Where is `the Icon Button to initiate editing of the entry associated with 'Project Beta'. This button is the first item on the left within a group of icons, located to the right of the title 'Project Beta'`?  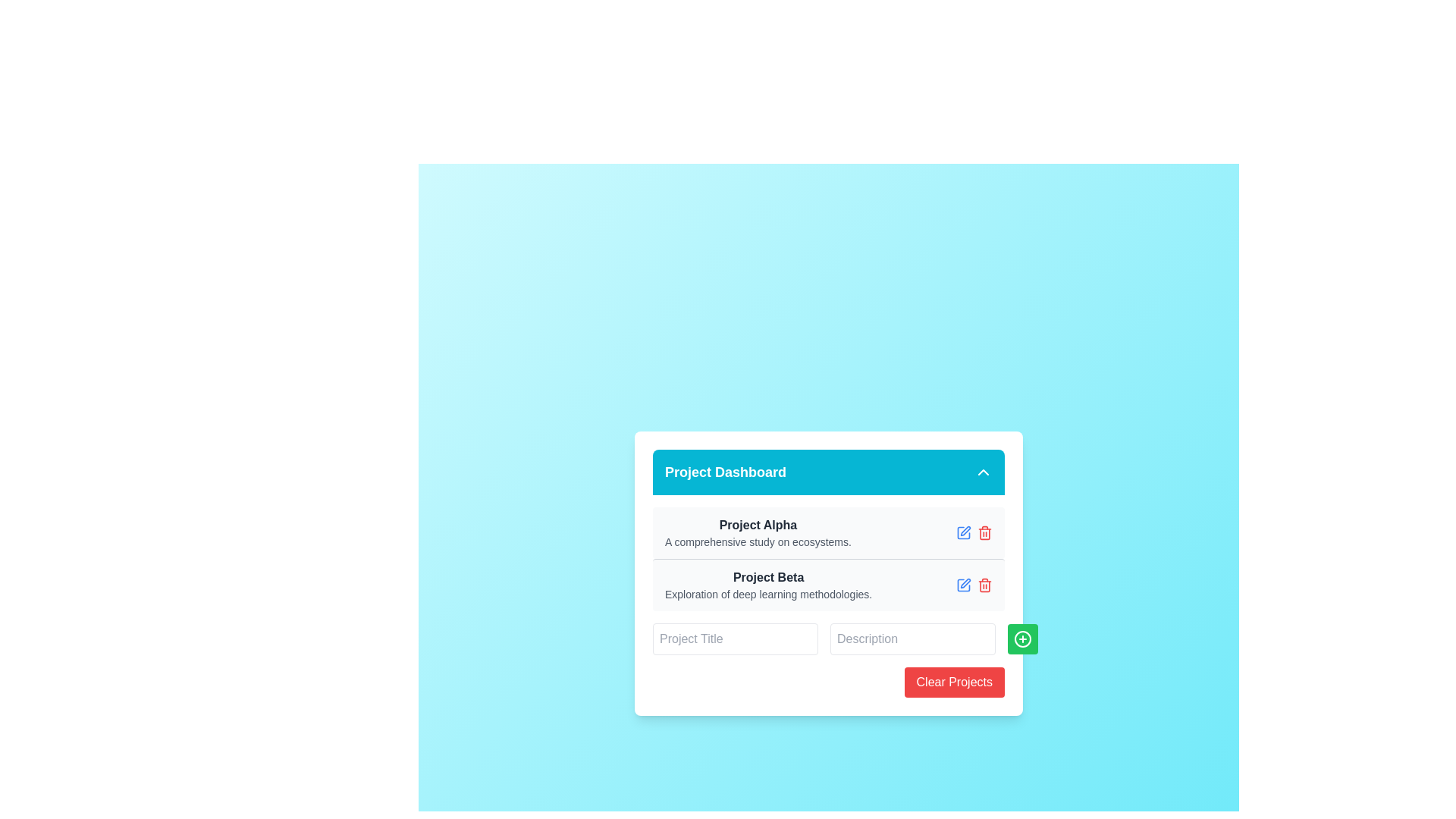
the Icon Button to initiate editing of the entry associated with 'Project Beta'. This button is the first item on the left within a group of icons, located to the right of the title 'Project Beta' is located at coordinates (963, 584).